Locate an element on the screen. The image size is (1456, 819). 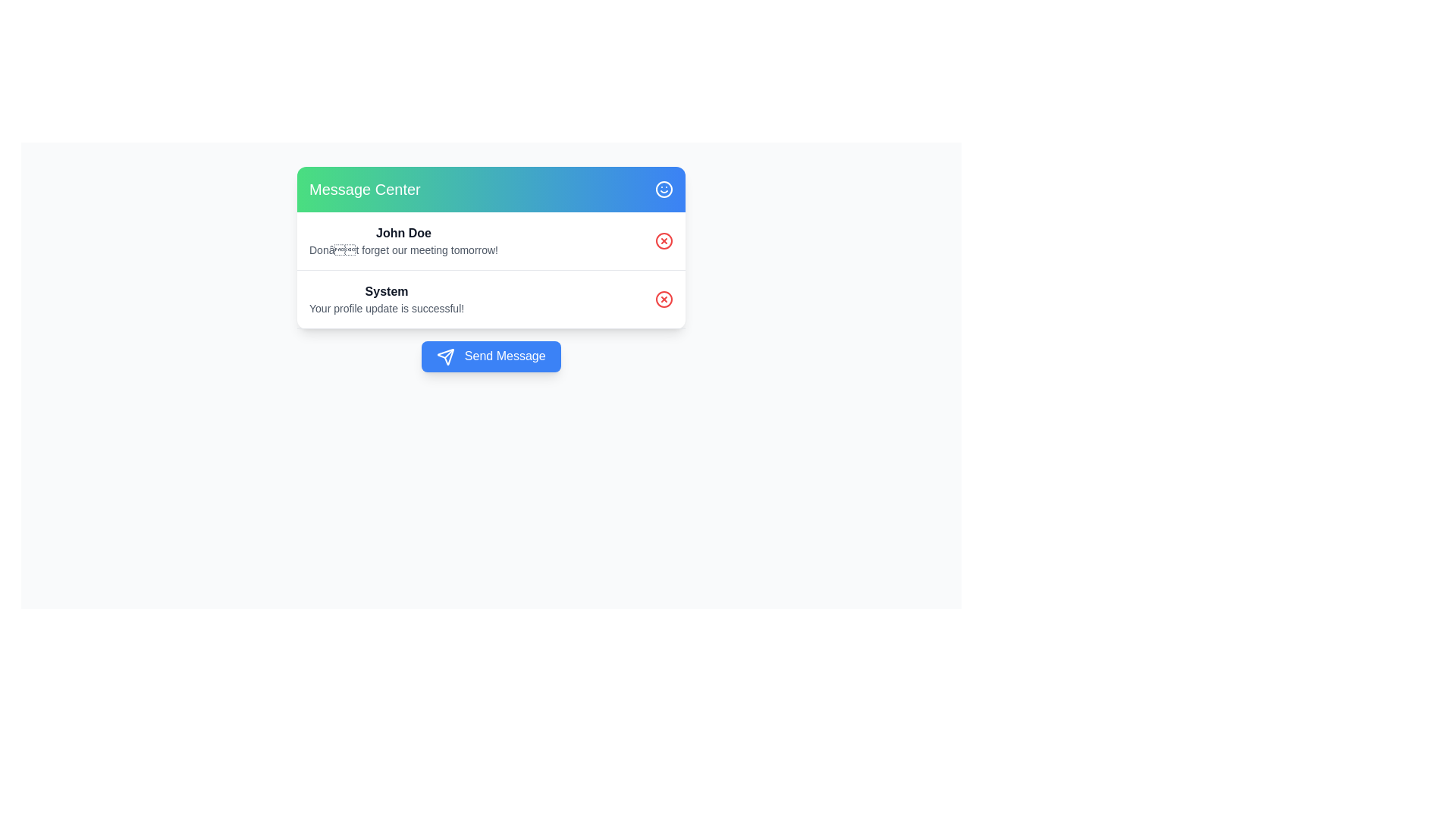
the delete icon located at the far right of the row containing the text 'John Doe' is located at coordinates (664, 240).